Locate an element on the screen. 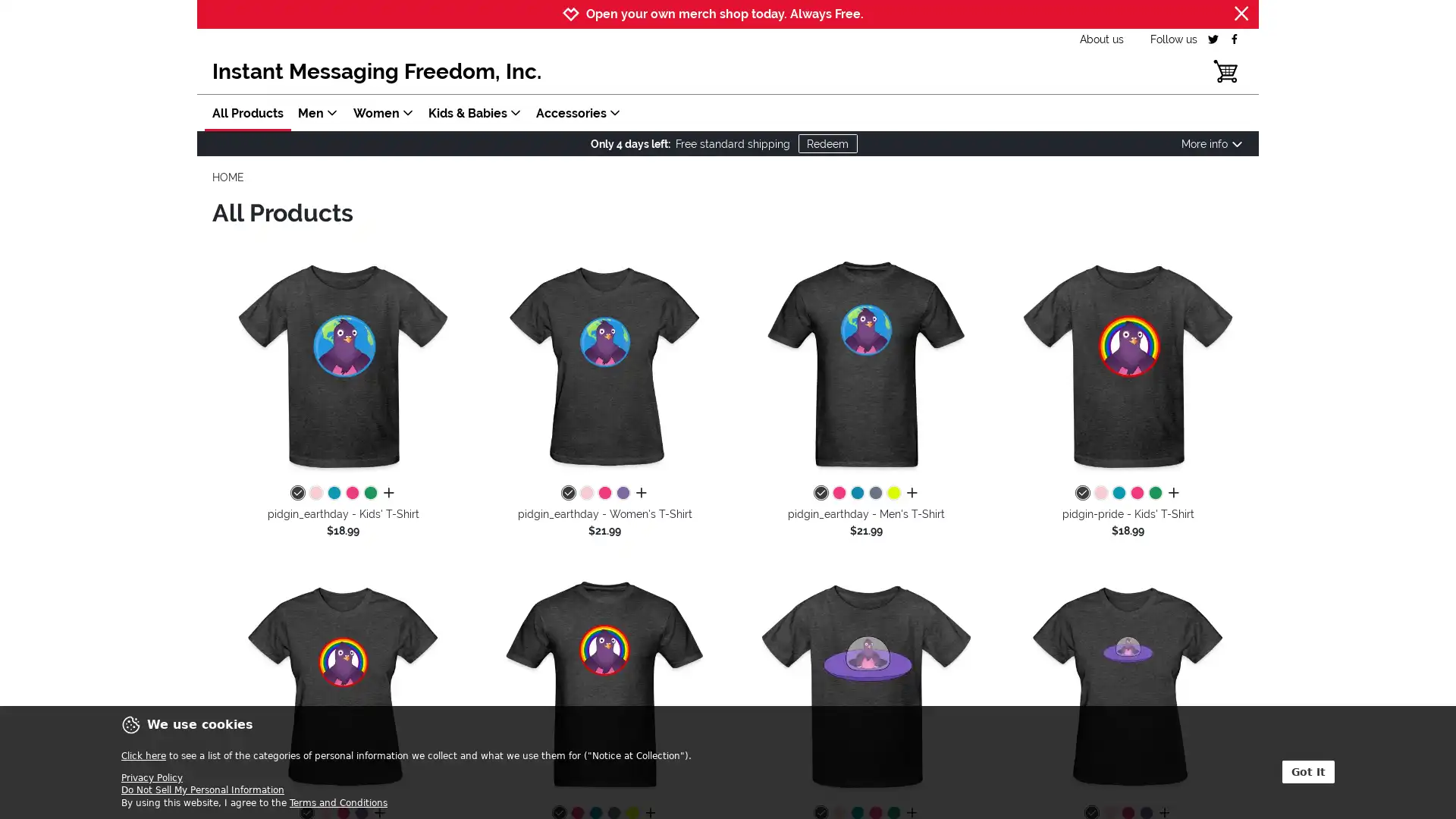 Image resolution: width=1456 pixels, height=819 pixels. pidgin_earthday - Women's T-Shirt is located at coordinates (604, 366).